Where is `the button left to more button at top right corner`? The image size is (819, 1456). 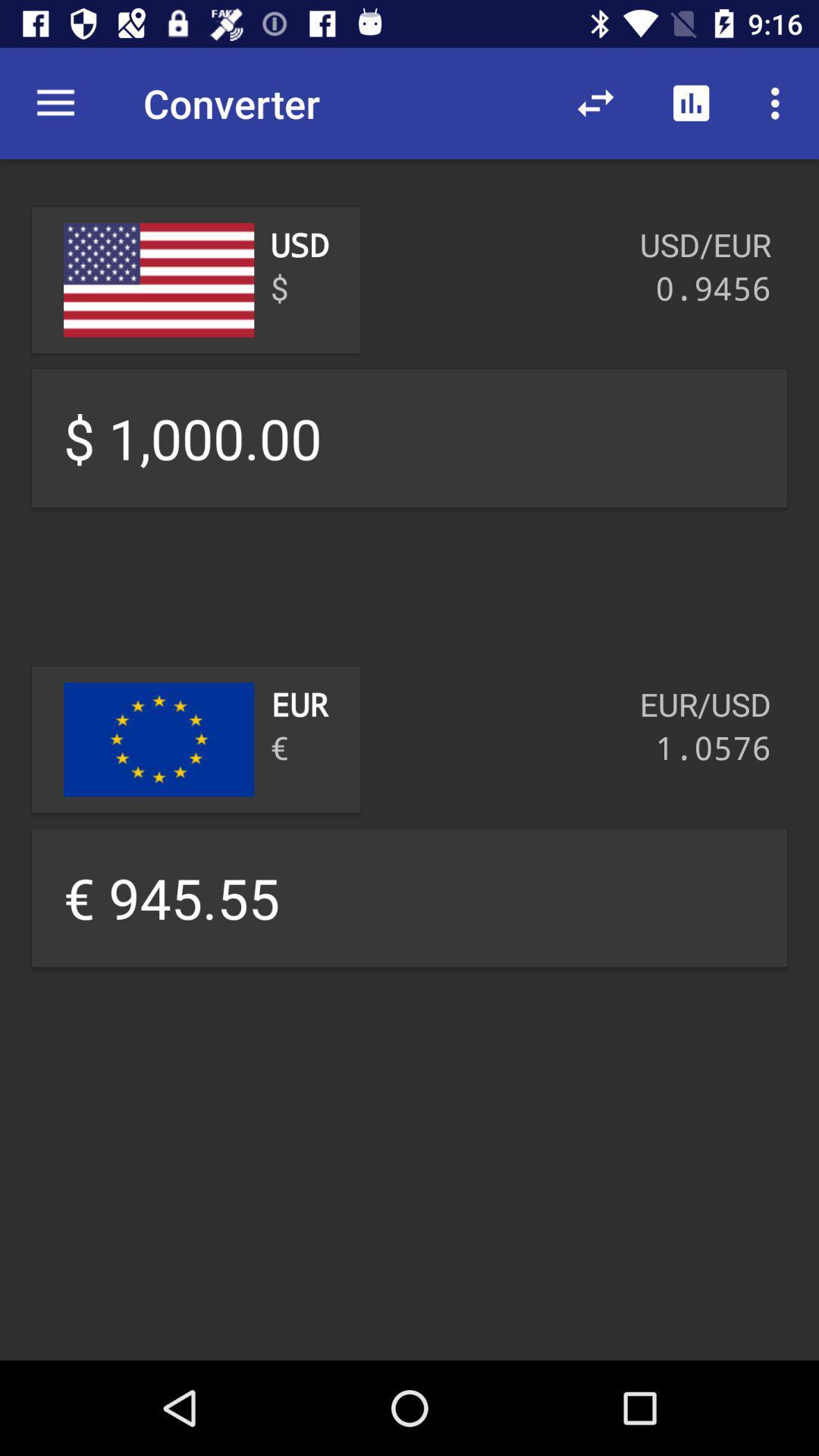 the button left to more button at top right corner is located at coordinates (691, 103).